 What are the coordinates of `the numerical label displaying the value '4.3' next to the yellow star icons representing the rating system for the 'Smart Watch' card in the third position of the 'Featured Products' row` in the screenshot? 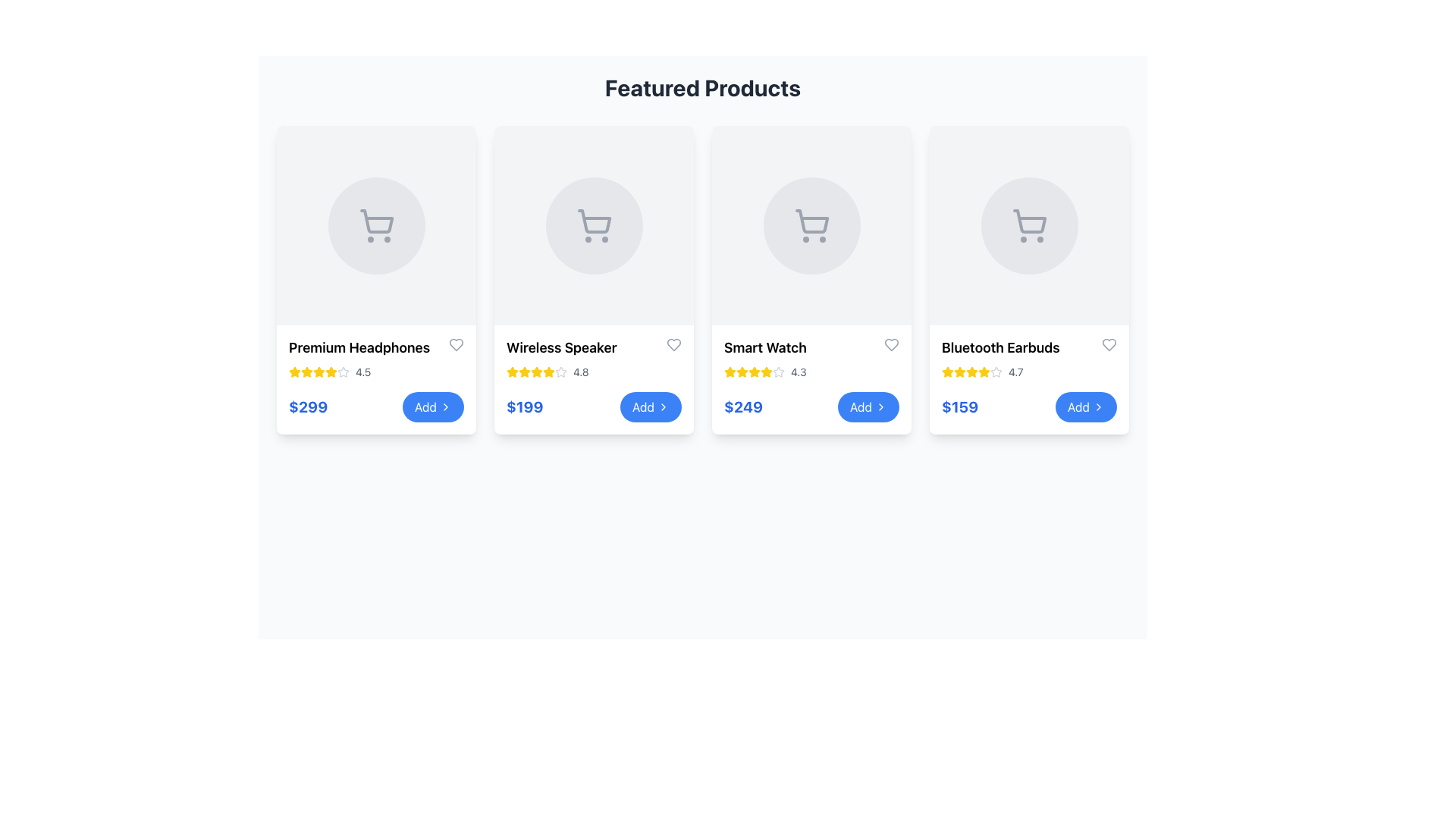 It's located at (798, 372).